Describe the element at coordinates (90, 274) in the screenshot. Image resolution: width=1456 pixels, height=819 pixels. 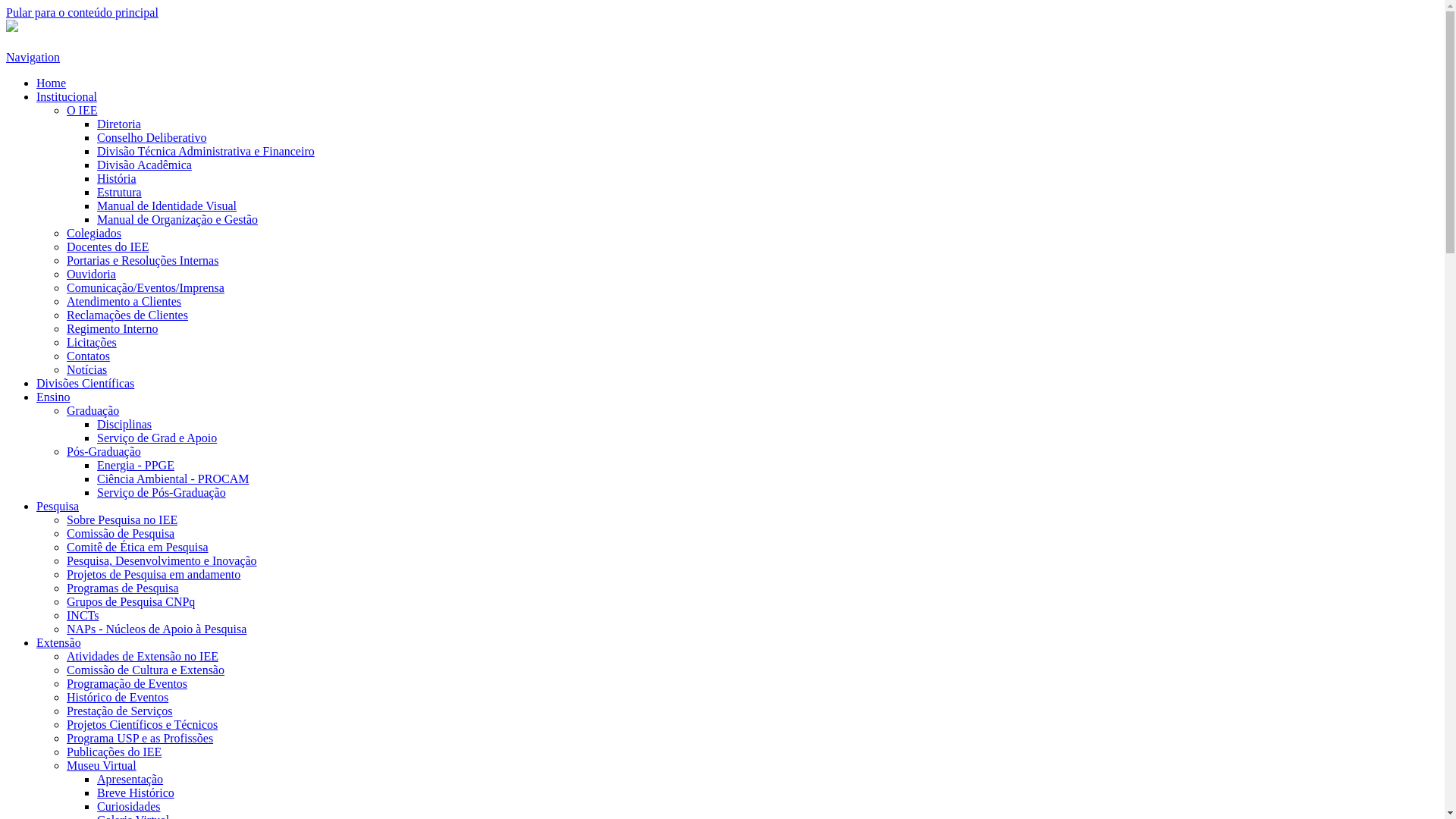
I see `'Ouvidoria'` at that location.